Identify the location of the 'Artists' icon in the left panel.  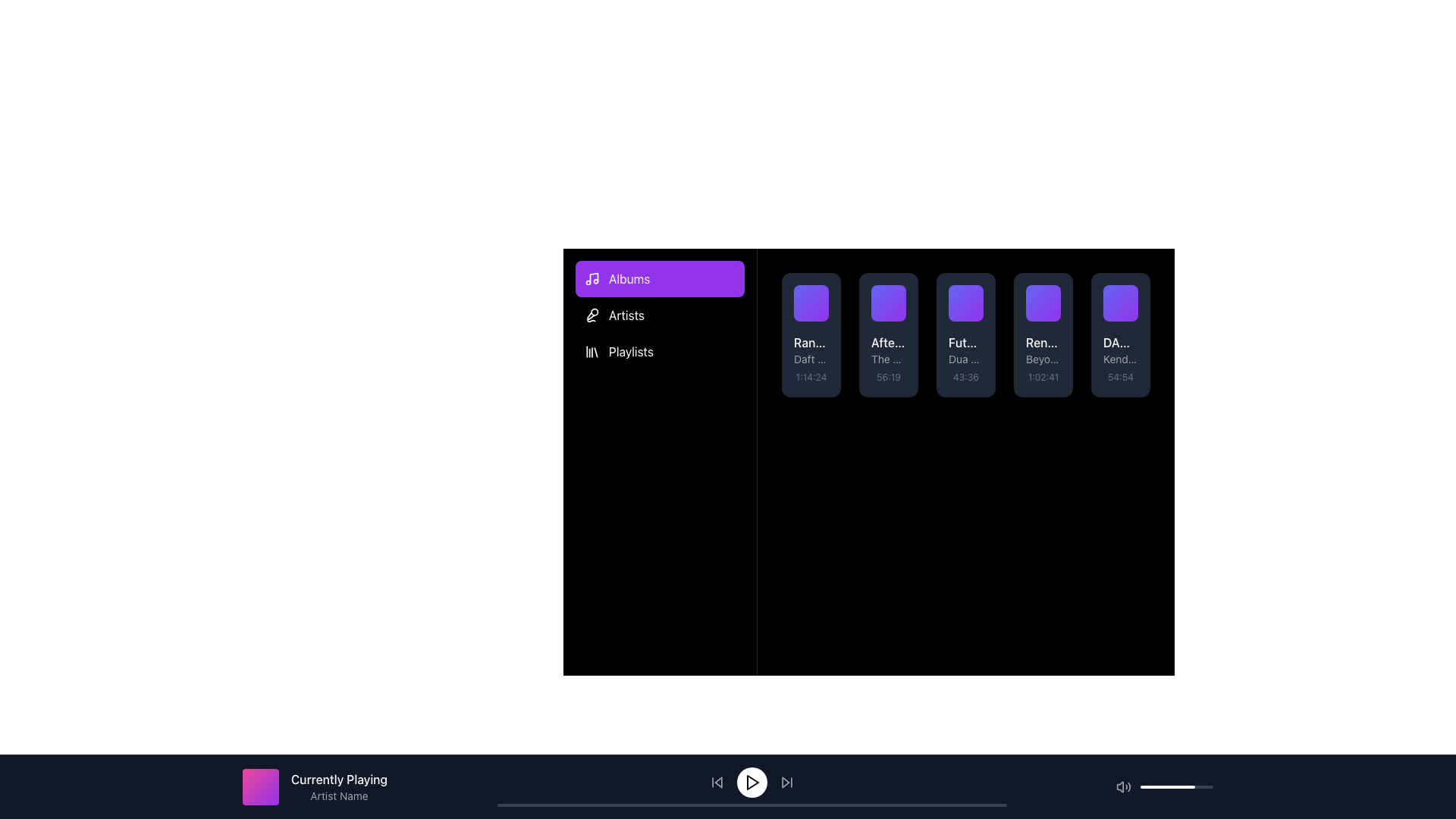
(591, 315).